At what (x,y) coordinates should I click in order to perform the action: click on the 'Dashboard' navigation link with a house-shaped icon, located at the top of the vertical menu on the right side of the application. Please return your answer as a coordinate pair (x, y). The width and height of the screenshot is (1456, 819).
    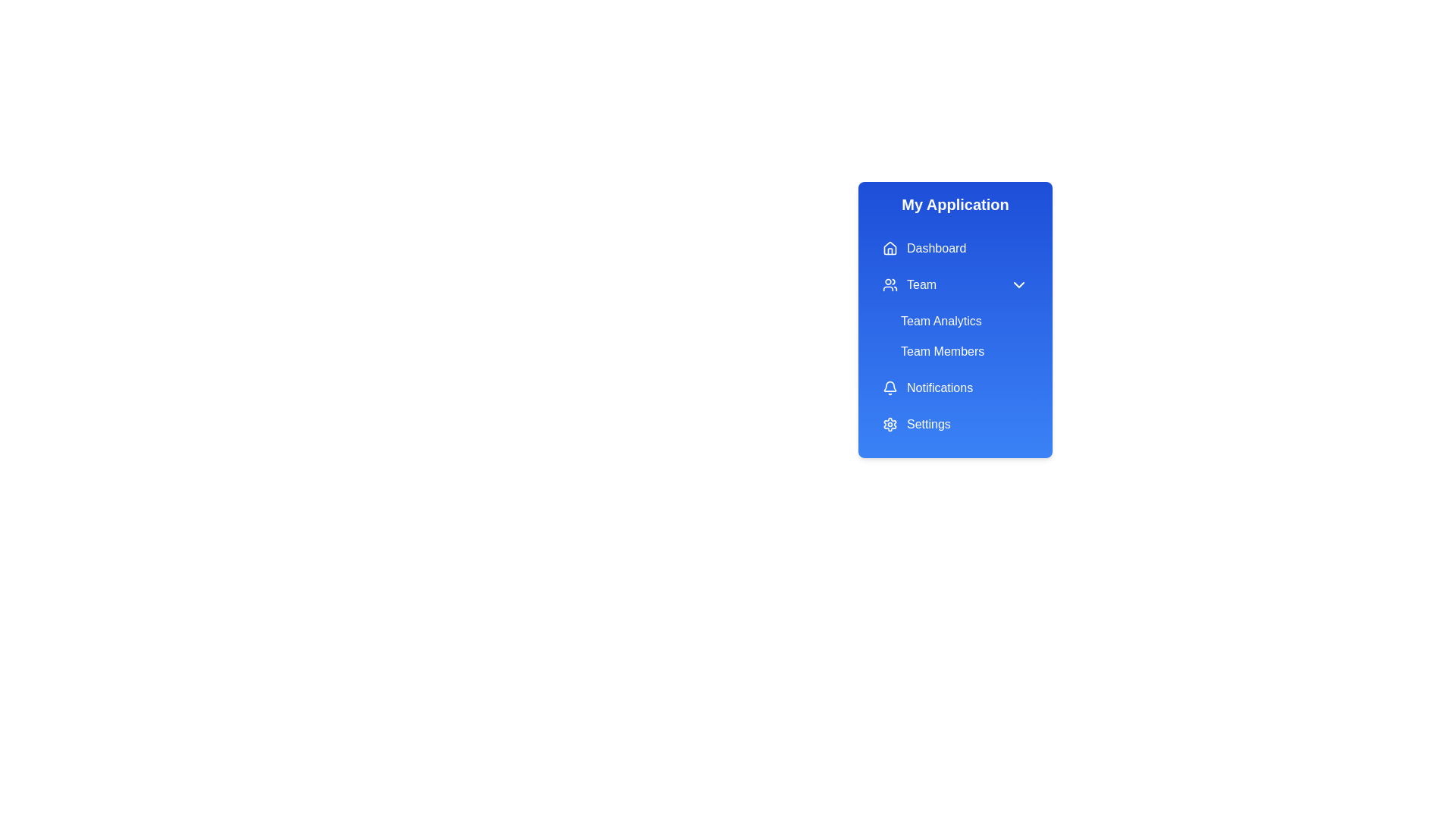
    Looking at the image, I should click on (924, 247).